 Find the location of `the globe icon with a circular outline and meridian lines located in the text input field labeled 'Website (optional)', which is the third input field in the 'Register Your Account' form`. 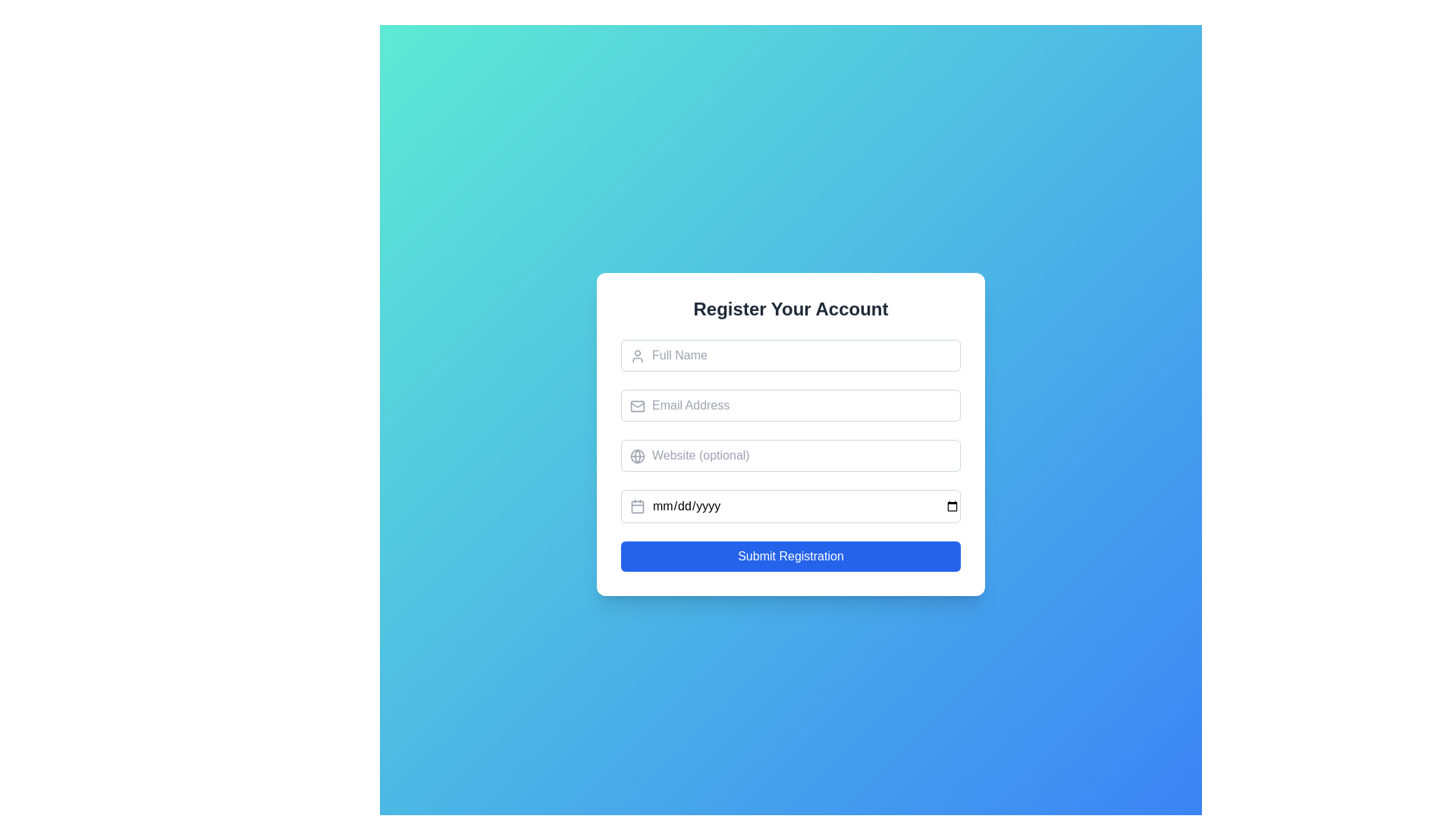

the globe icon with a circular outline and meridian lines located in the text input field labeled 'Website (optional)', which is the third input field in the 'Register Your Account' form is located at coordinates (637, 455).